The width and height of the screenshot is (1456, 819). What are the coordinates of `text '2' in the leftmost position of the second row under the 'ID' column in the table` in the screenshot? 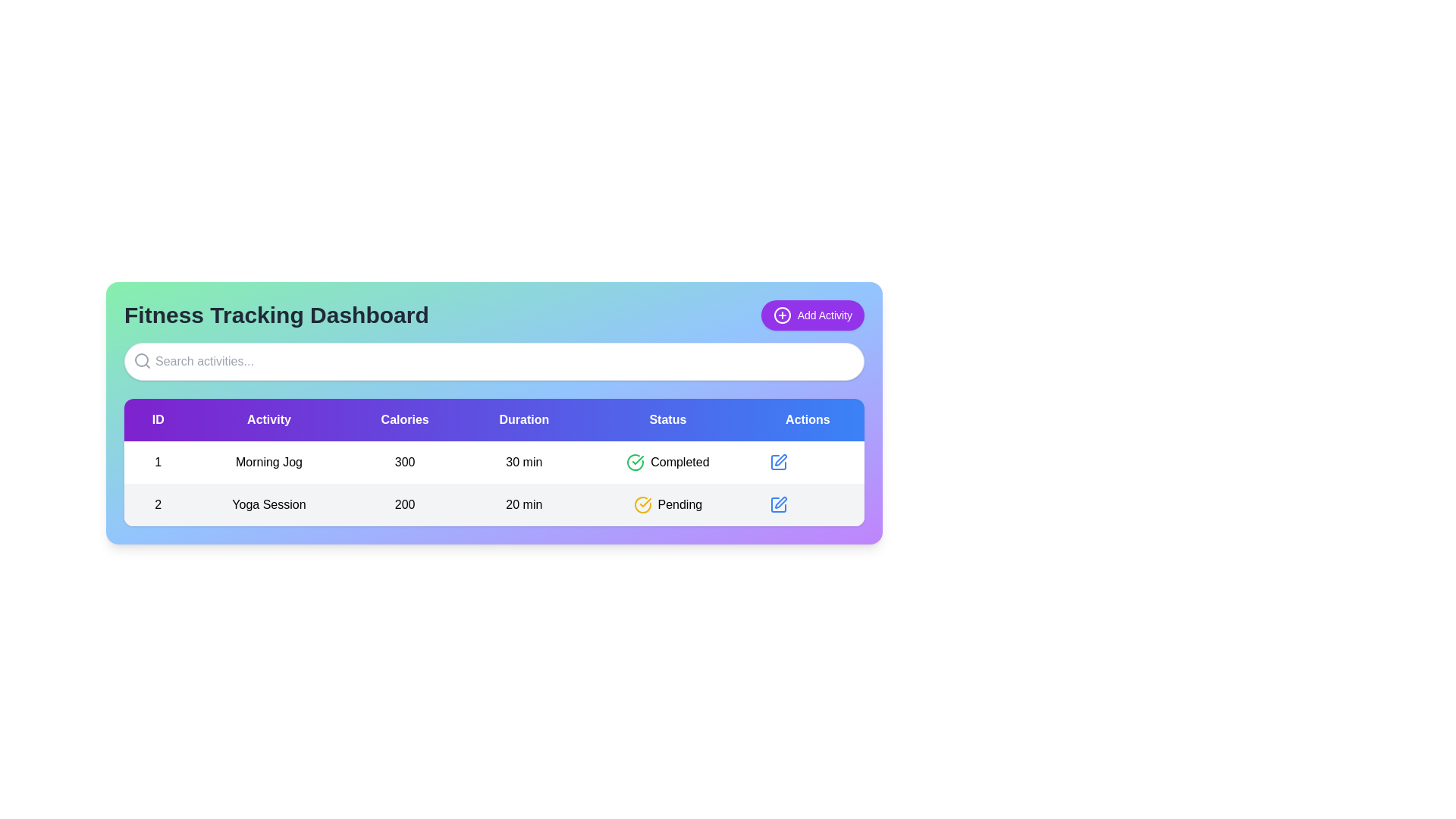 It's located at (158, 505).